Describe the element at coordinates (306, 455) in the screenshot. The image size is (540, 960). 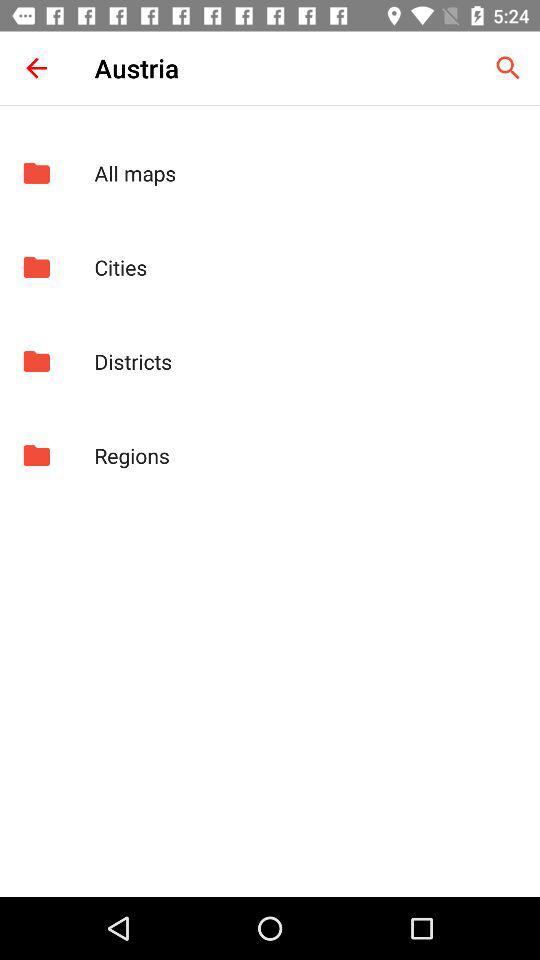
I see `regions` at that location.